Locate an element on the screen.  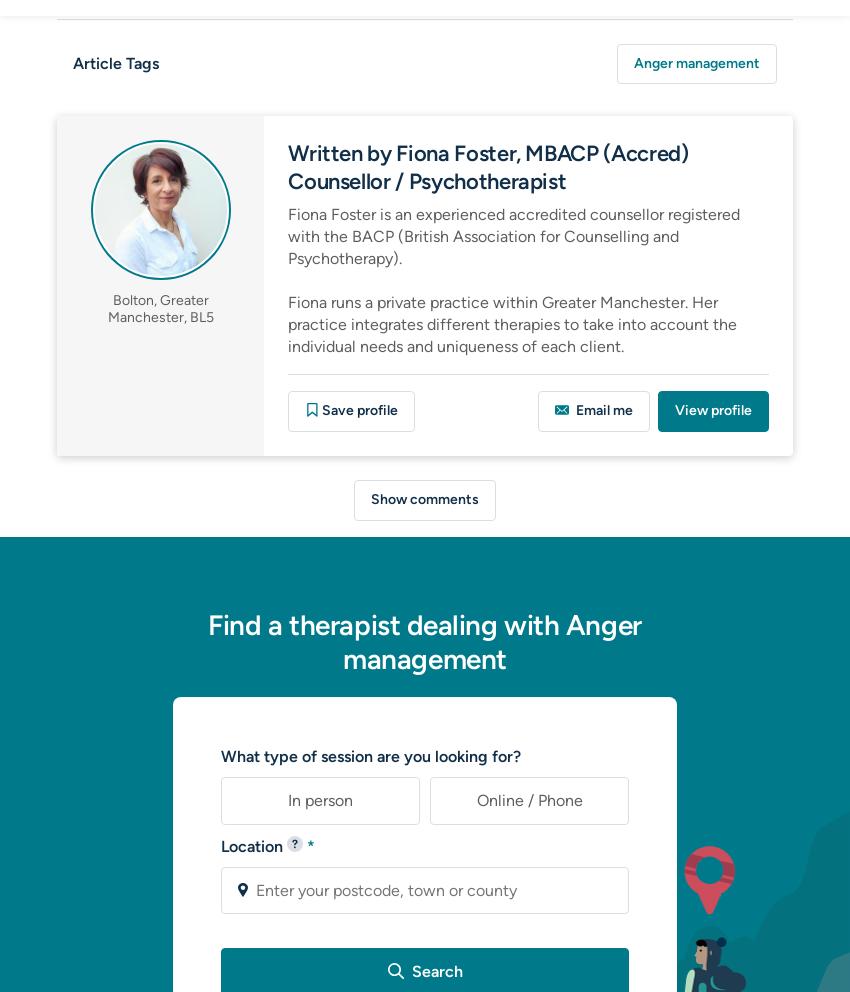
'View profile' is located at coordinates (712, 410).